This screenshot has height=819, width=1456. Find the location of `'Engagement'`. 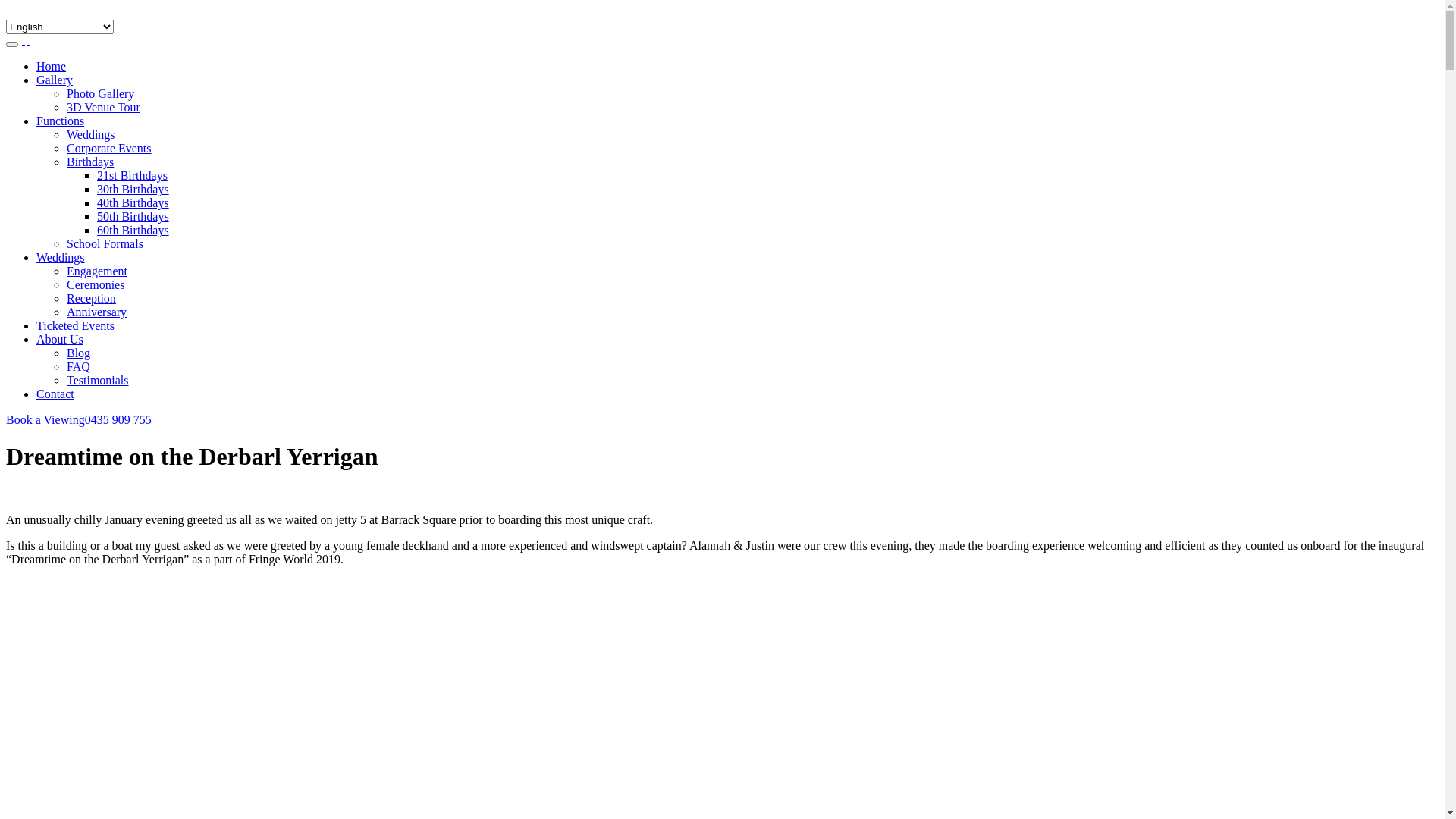

'Engagement' is located at coordinates (96, 270).